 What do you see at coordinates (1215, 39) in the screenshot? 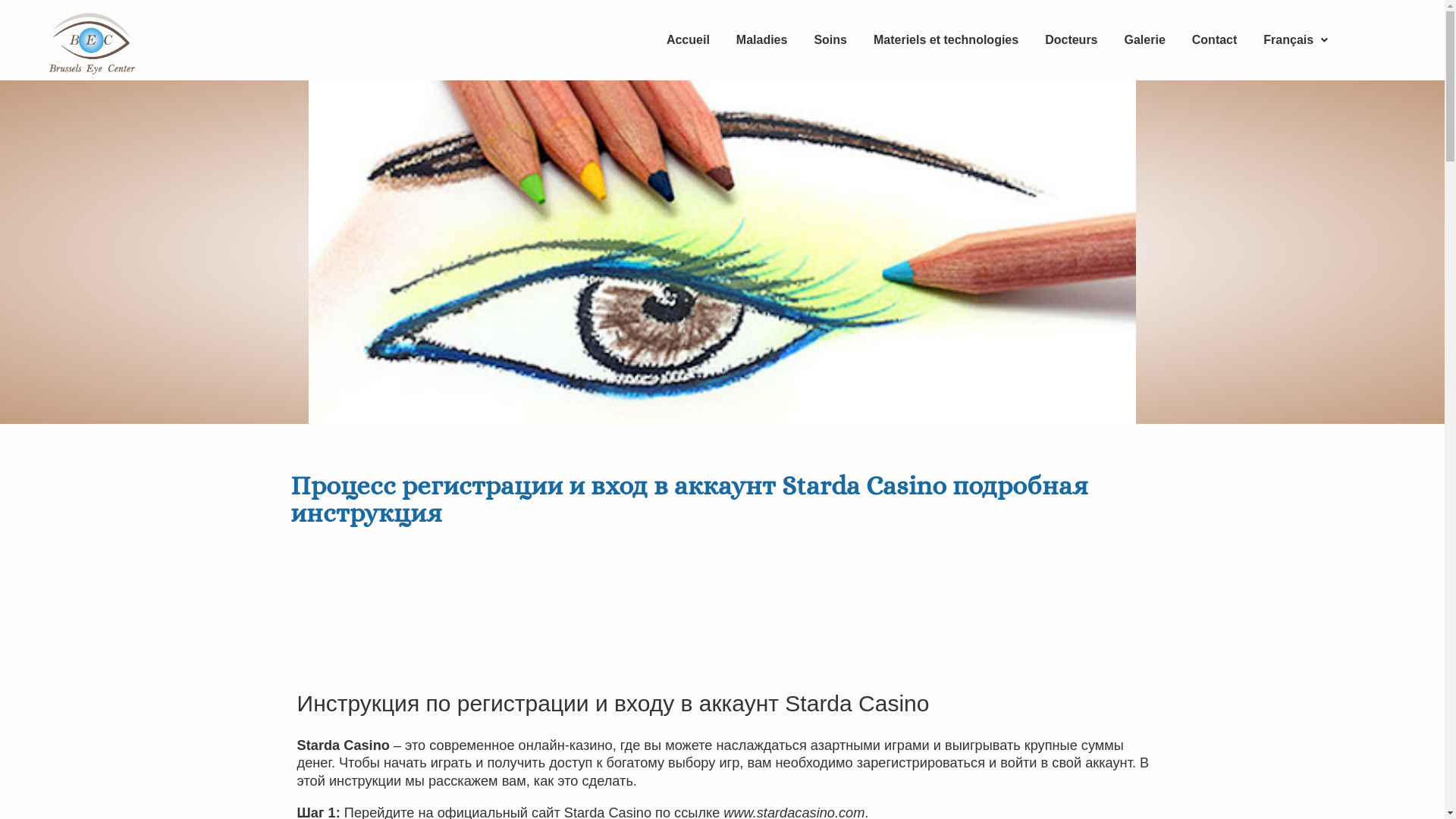
I see `'Contact'` at bounding box center [1215, 39].